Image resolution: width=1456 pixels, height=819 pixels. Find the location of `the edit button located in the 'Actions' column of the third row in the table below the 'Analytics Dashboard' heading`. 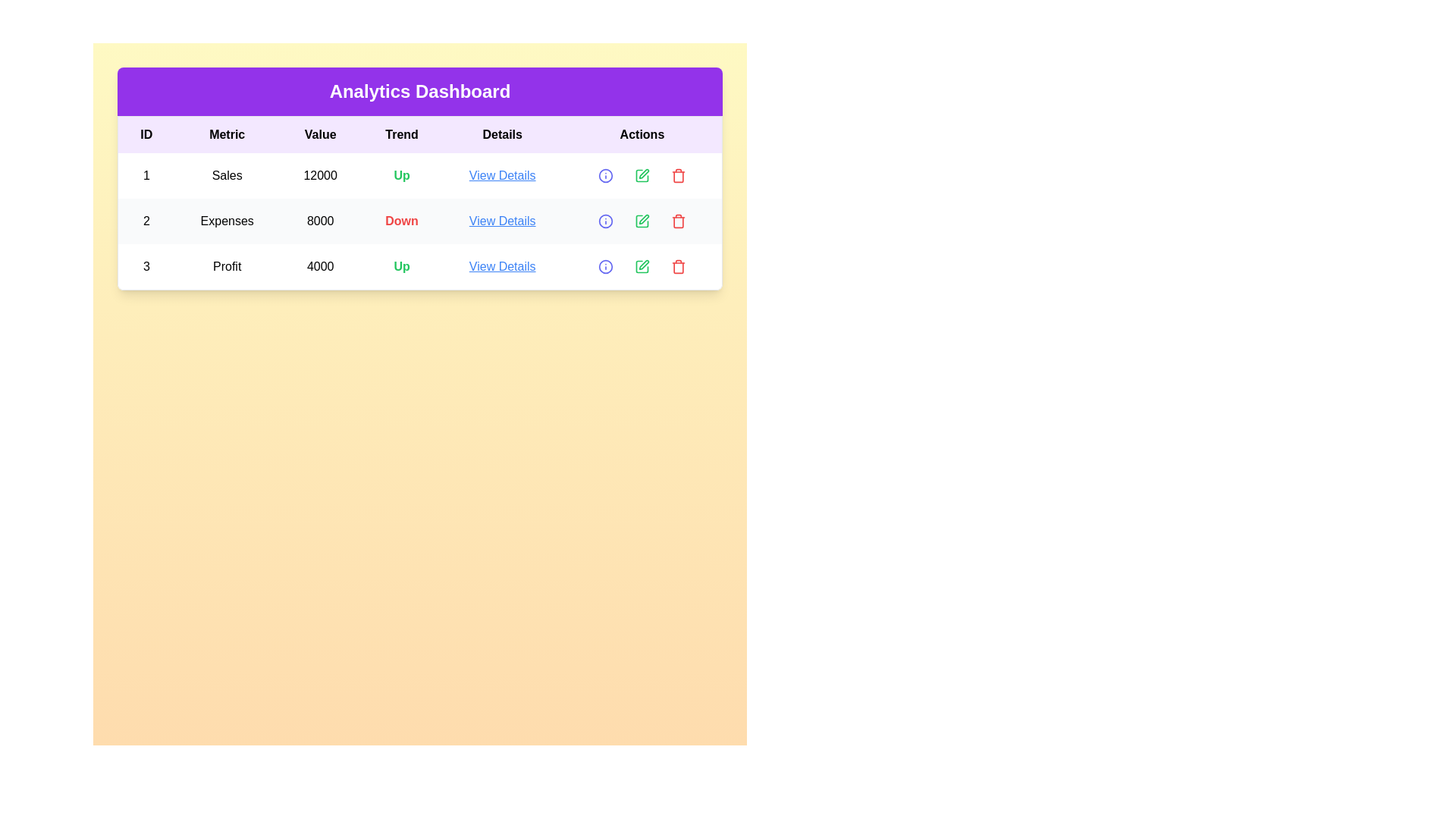

the edit button located in the 'Actions' column of the third row in the table below the 'Analytics Dashboard' heading is located at coordinates (642, 265).